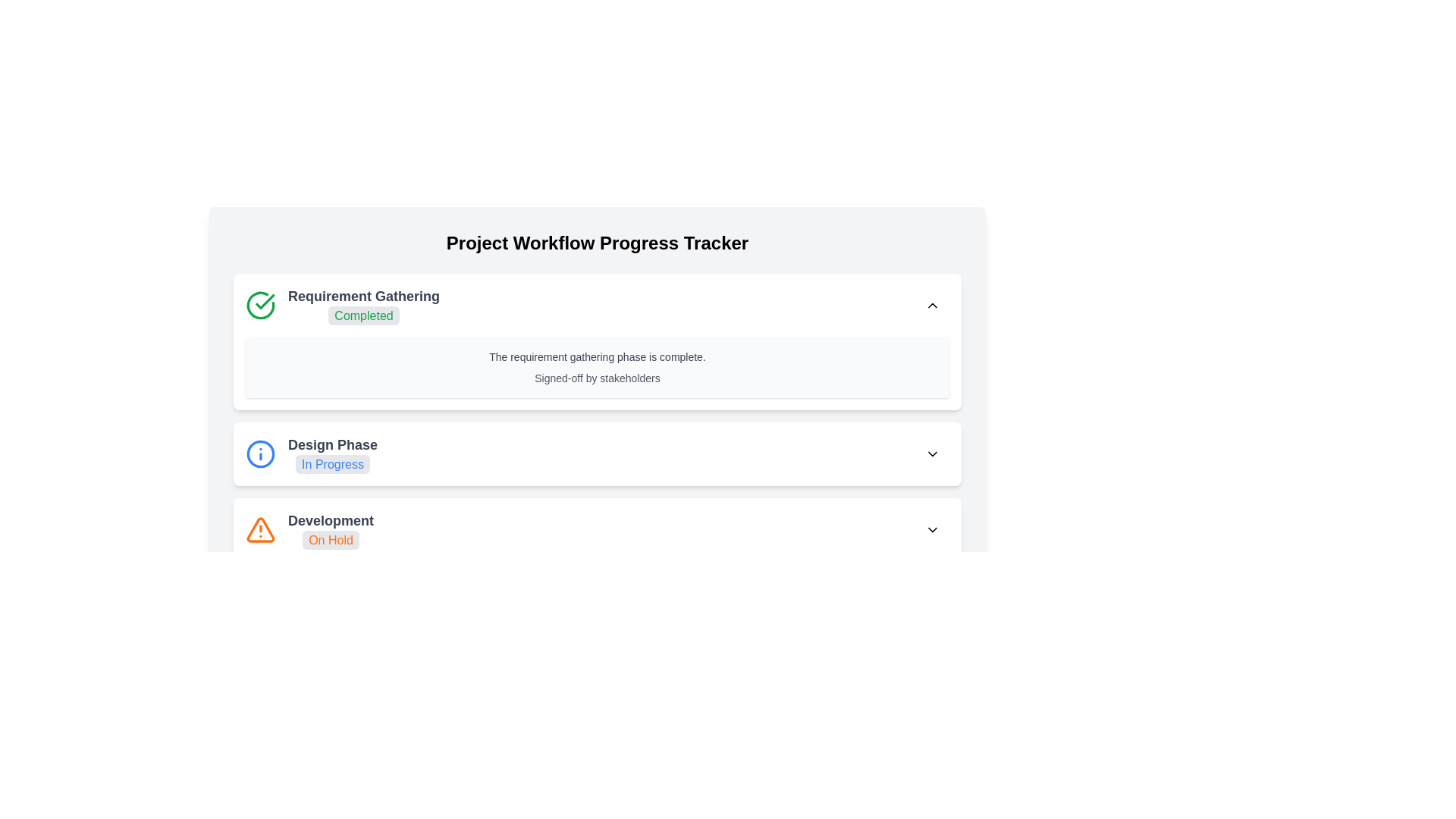 Image resolution: width=1456 pixels, height=819 pixels. I want to click on the triangular caution symbol with an orange outline and centered exclamation mark located in the 'Development' section, to the left of the 'On Hold' text, so click(261, 529).